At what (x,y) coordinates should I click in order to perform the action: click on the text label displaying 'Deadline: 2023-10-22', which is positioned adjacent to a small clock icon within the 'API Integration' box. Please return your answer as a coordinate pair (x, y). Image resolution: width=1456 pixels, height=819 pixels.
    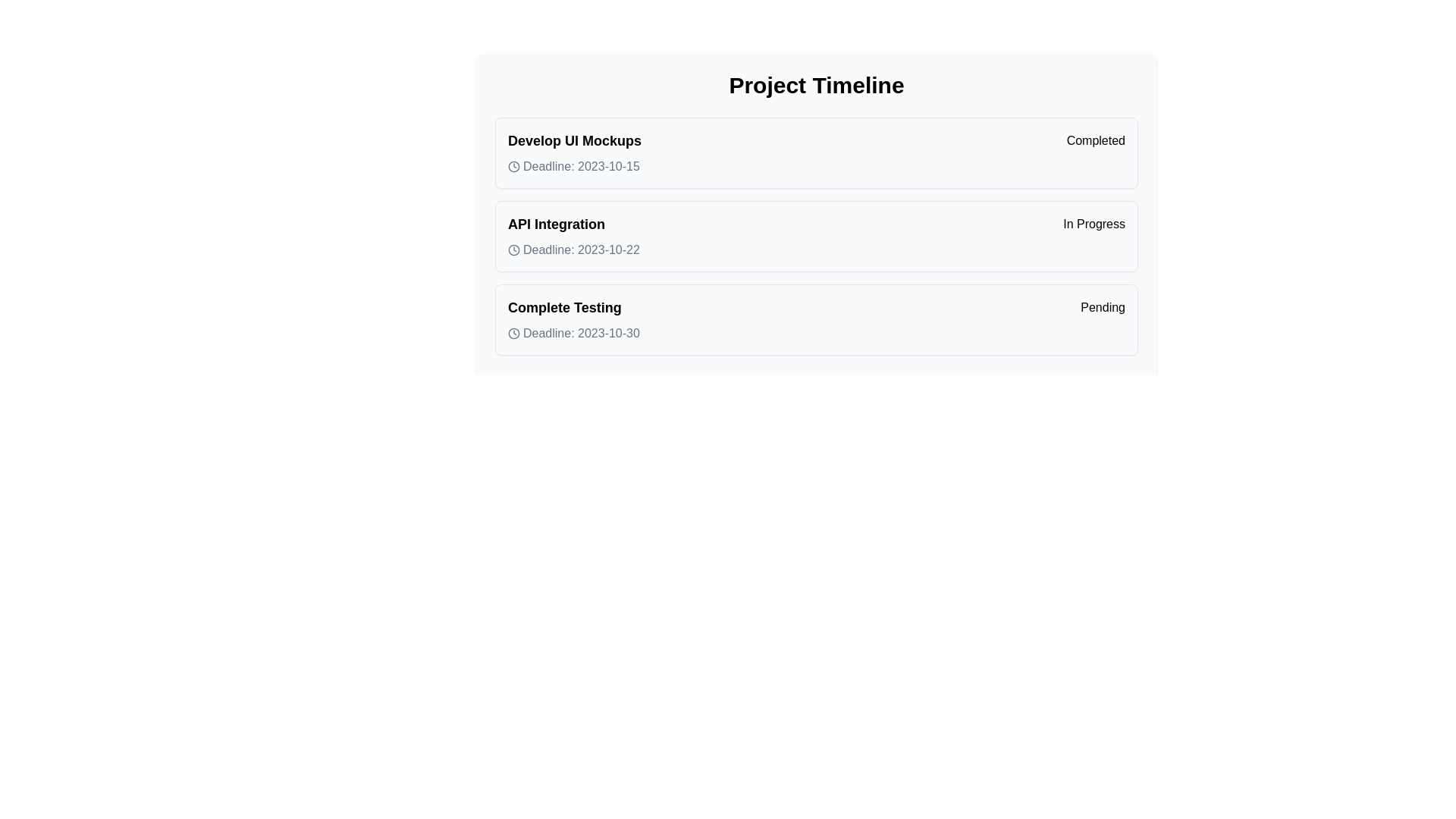
    Looking at the image, I should click on (581, 249).